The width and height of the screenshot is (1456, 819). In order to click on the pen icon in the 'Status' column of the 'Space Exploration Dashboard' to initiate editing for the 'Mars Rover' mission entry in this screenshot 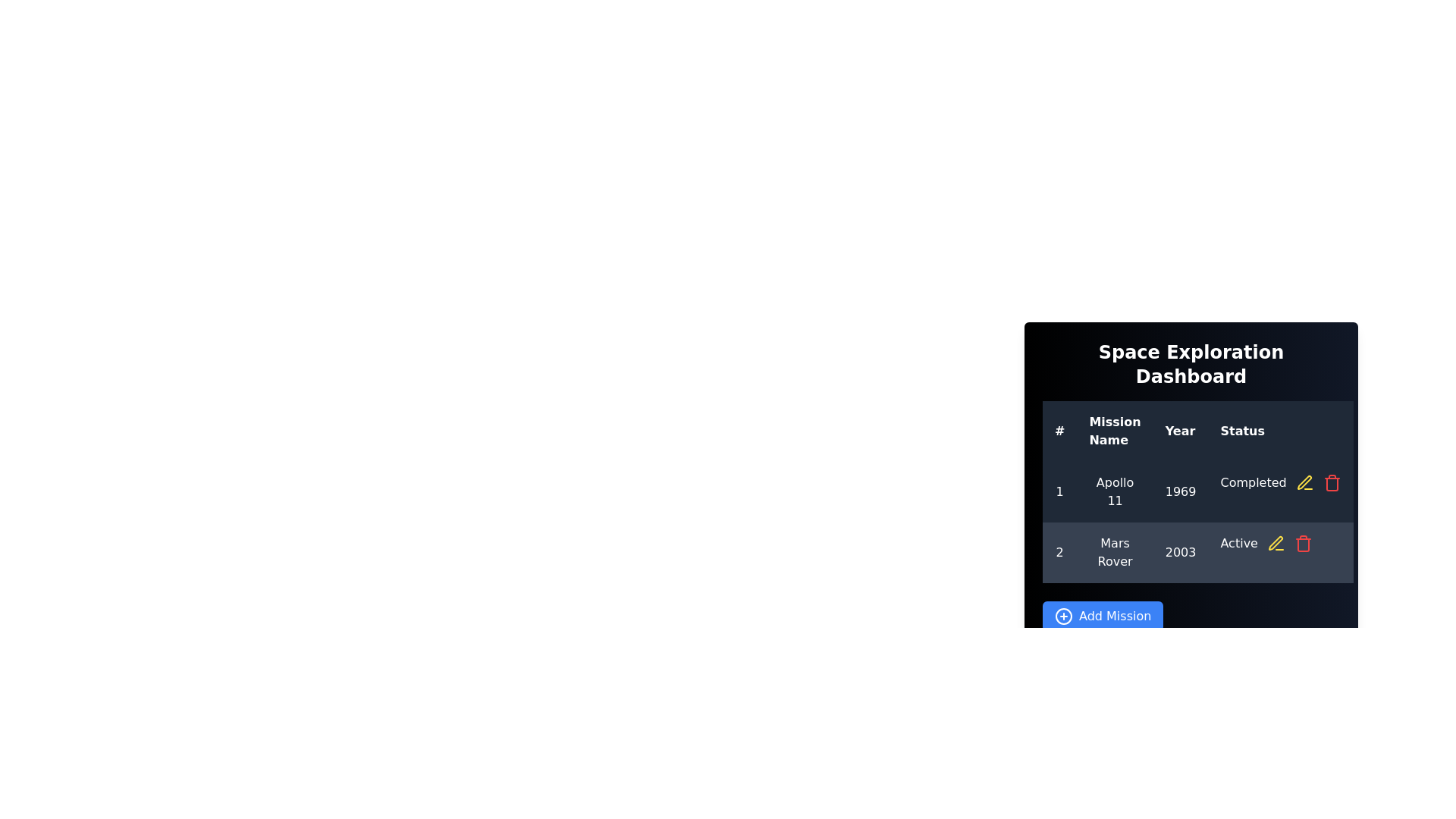, I will do `click(1275, 542)`.